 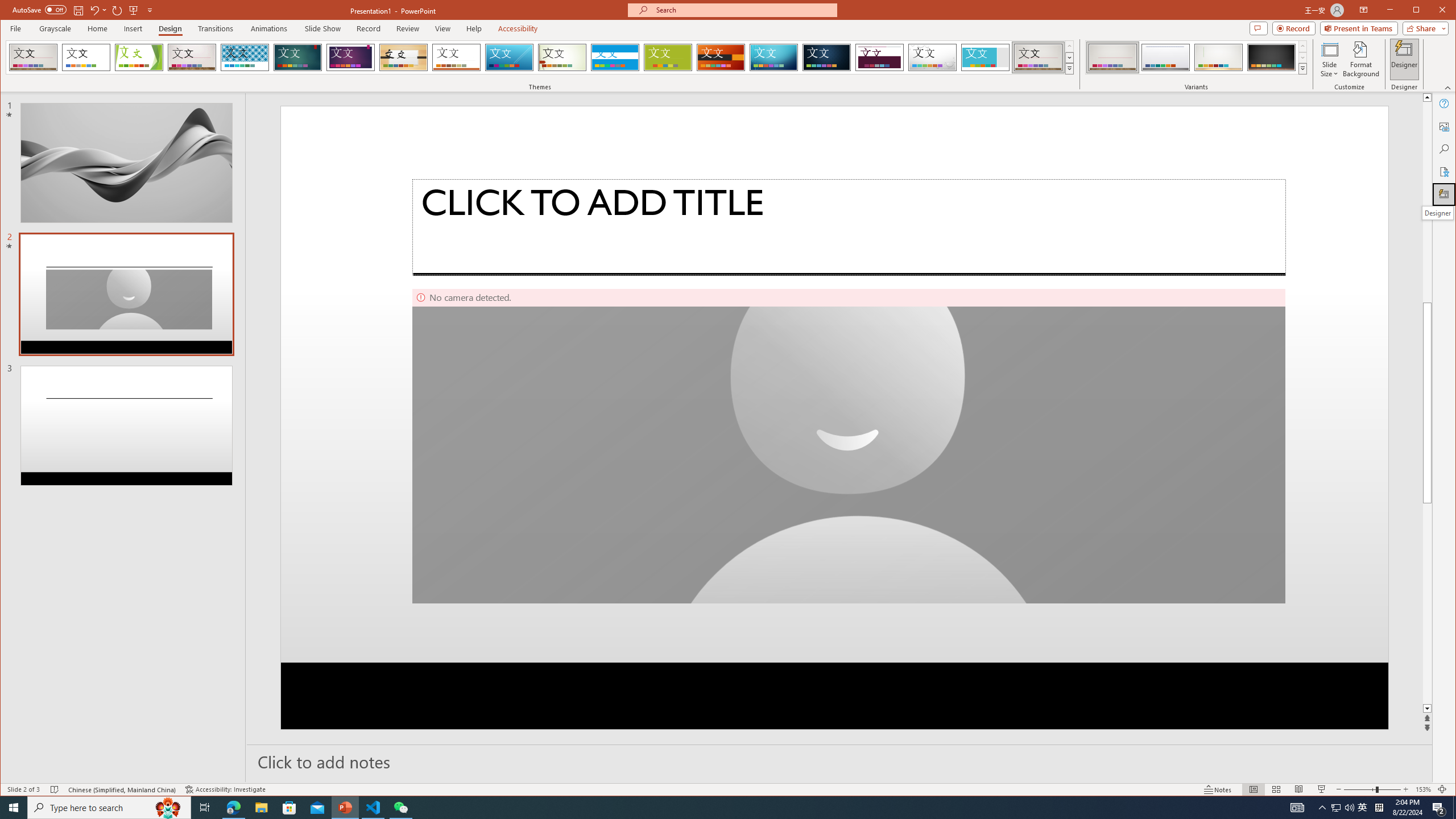 I want to click on 'Slice', so click(x=510, y=57).